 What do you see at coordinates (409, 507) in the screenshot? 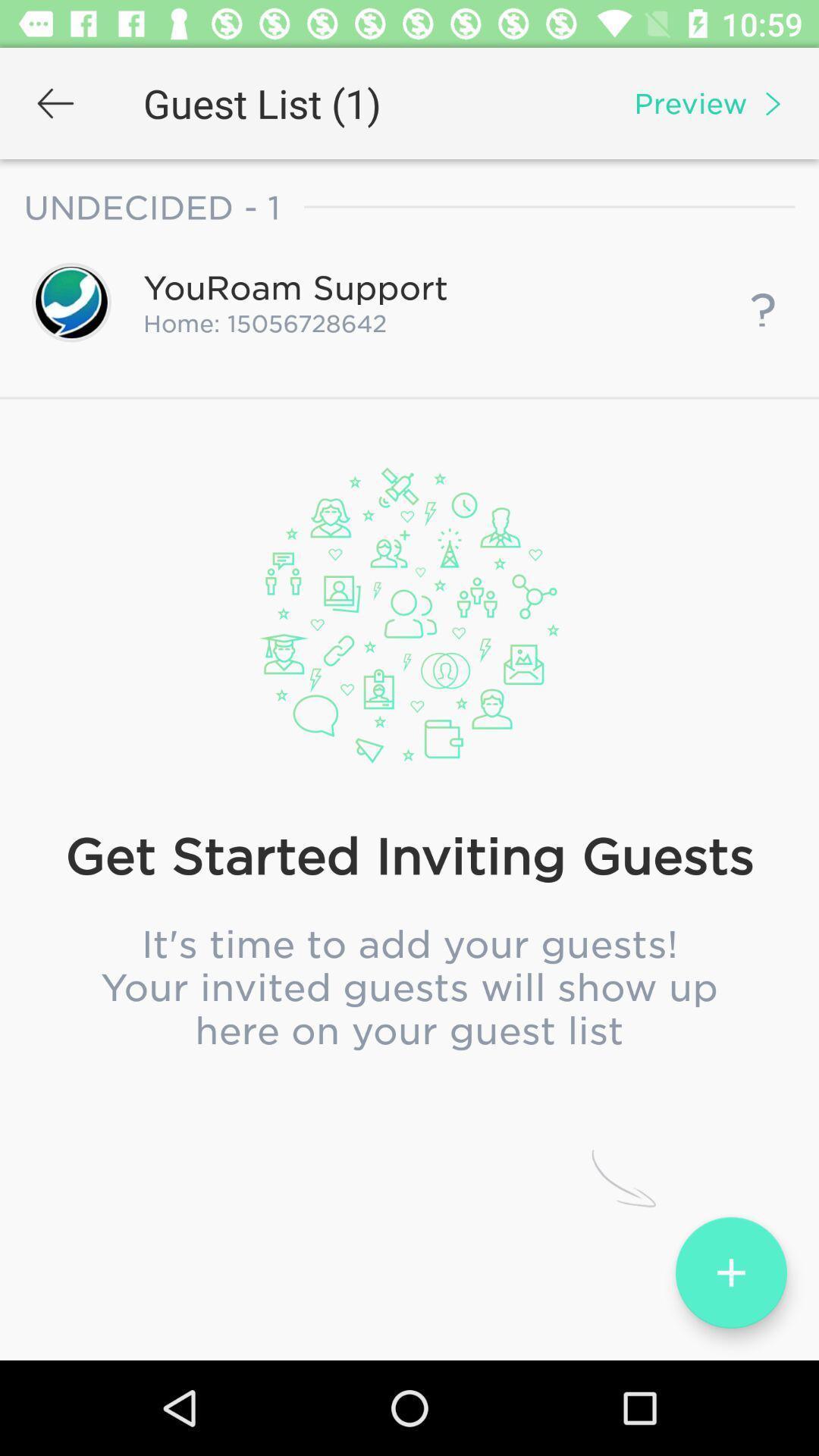
I see `the party test item` at bounding box center [409, 507].